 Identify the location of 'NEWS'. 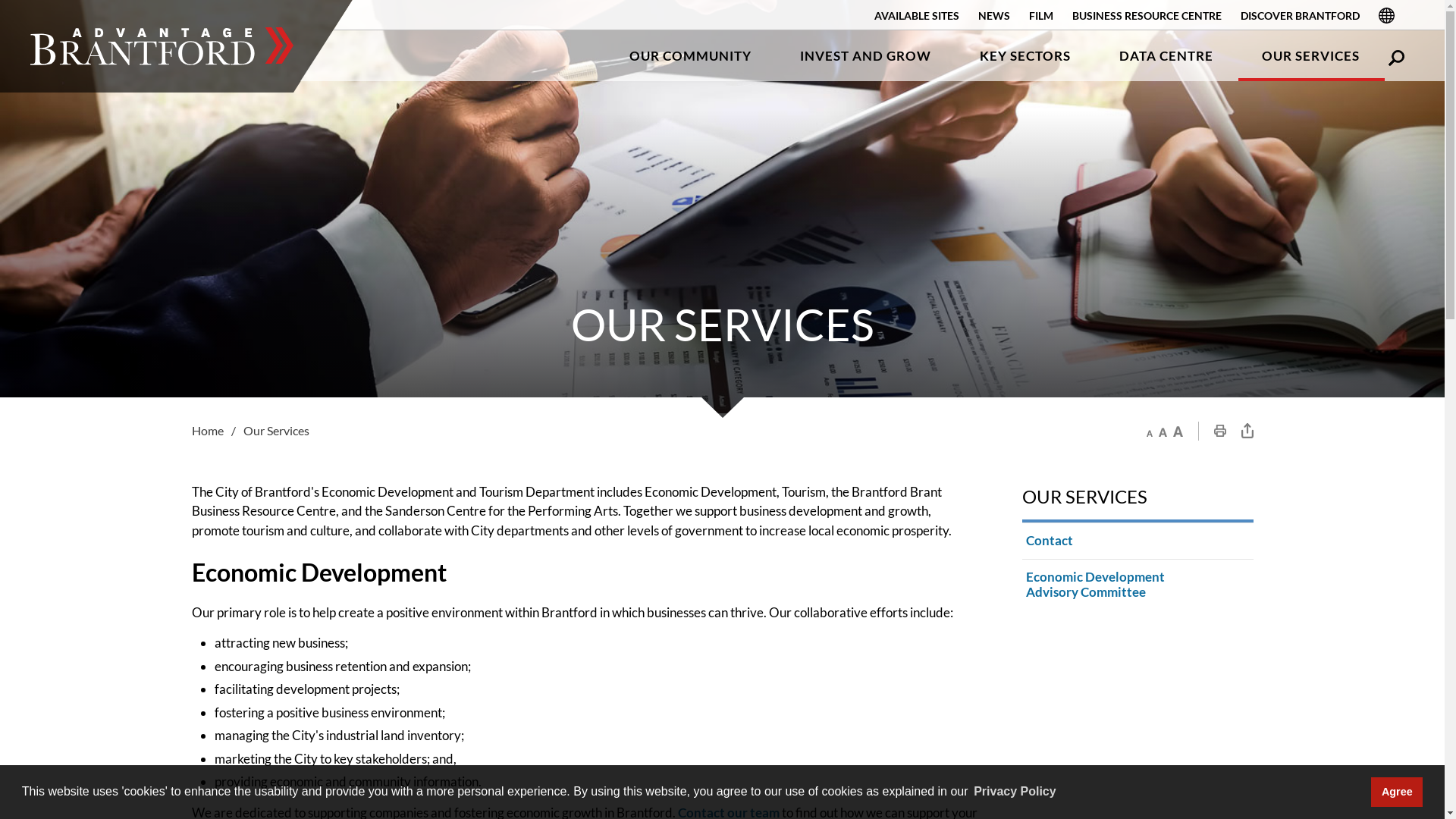
(993, 15).